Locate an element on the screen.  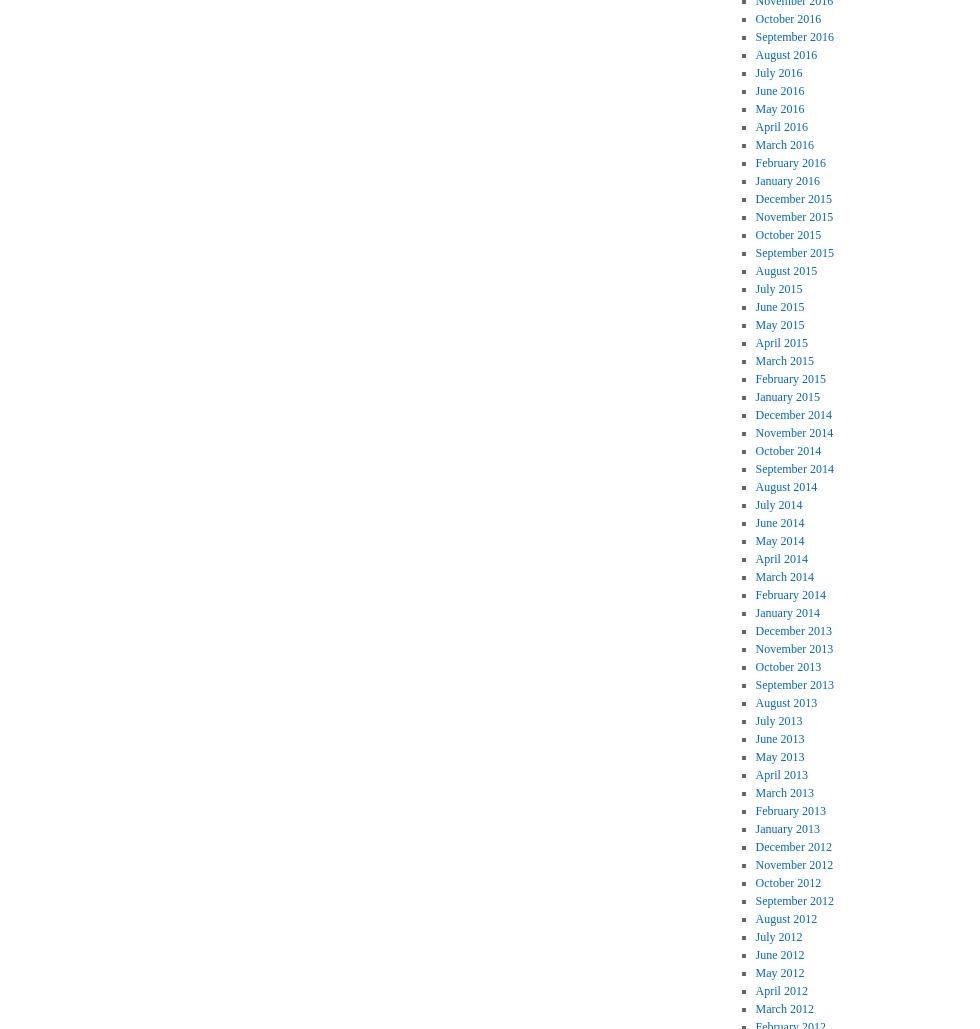
'July 2013' is located at coordinates (778, 720).